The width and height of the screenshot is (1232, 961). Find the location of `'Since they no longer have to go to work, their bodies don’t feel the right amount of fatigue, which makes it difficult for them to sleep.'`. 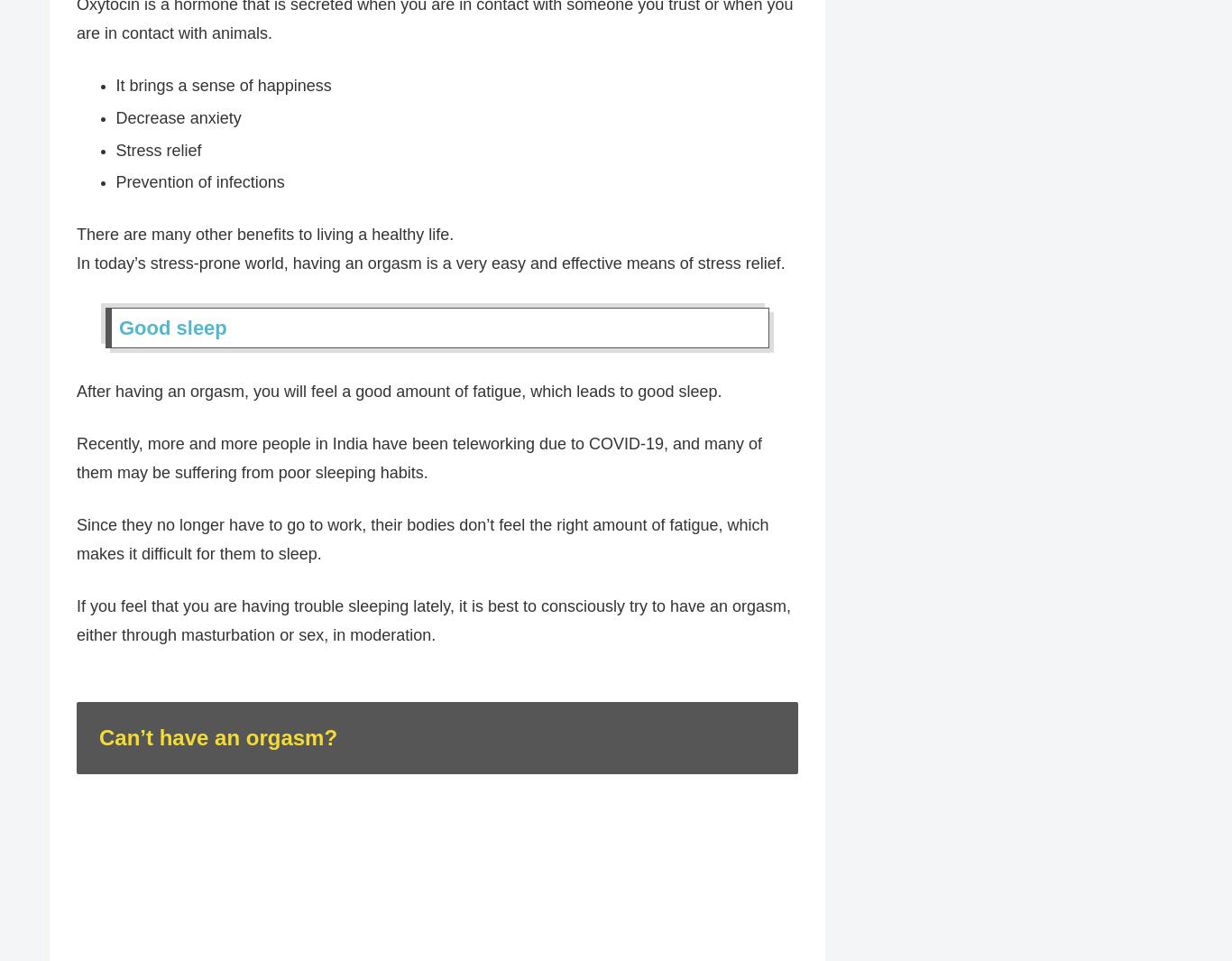

'Since they no longer have to go to work, their bodies don’t feel the right amount of fatigue, which makes it difficult for them to sleep.' is located at coordinates (422, 541).